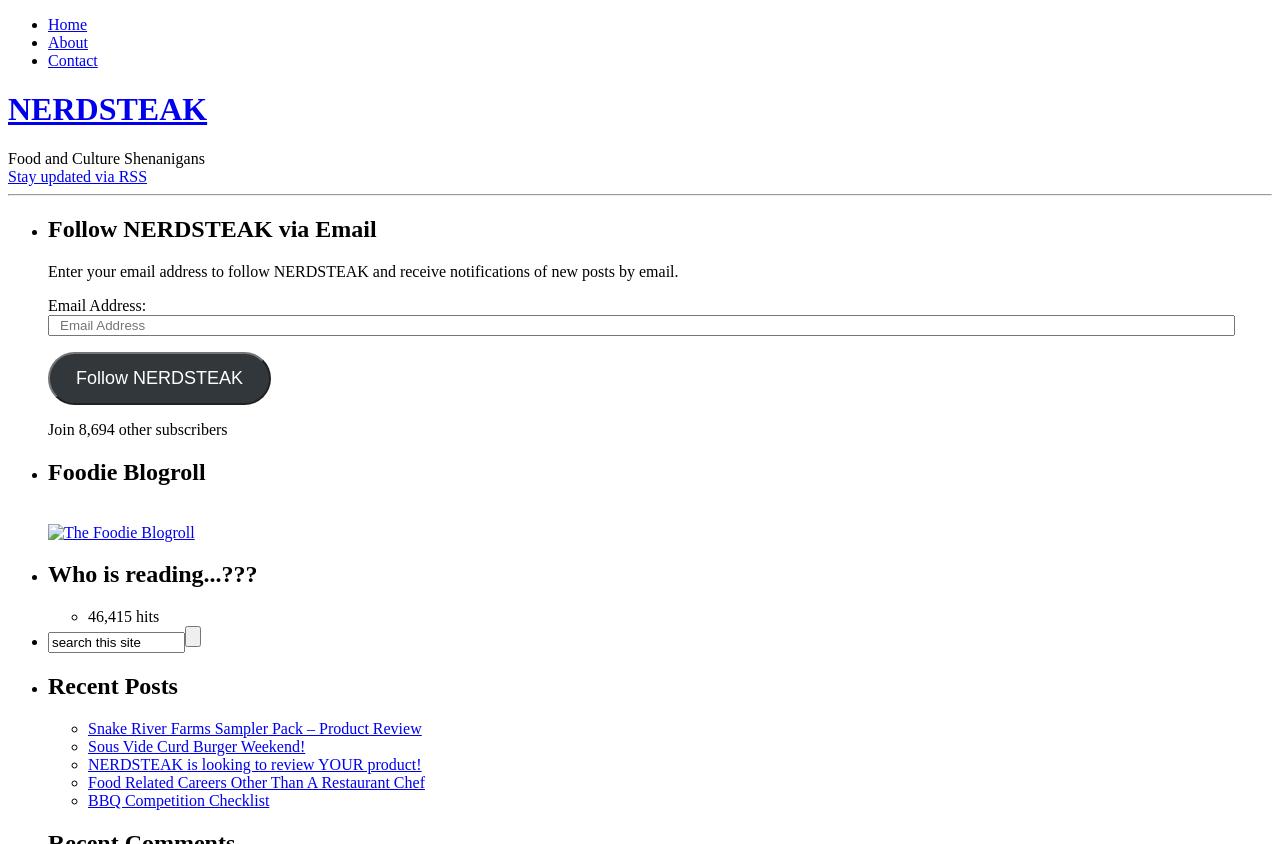 Image resolution: width=1280 pixels, height=844 pixels. I want to click on 'Follow NERDSTEAK', so click(157, 377).